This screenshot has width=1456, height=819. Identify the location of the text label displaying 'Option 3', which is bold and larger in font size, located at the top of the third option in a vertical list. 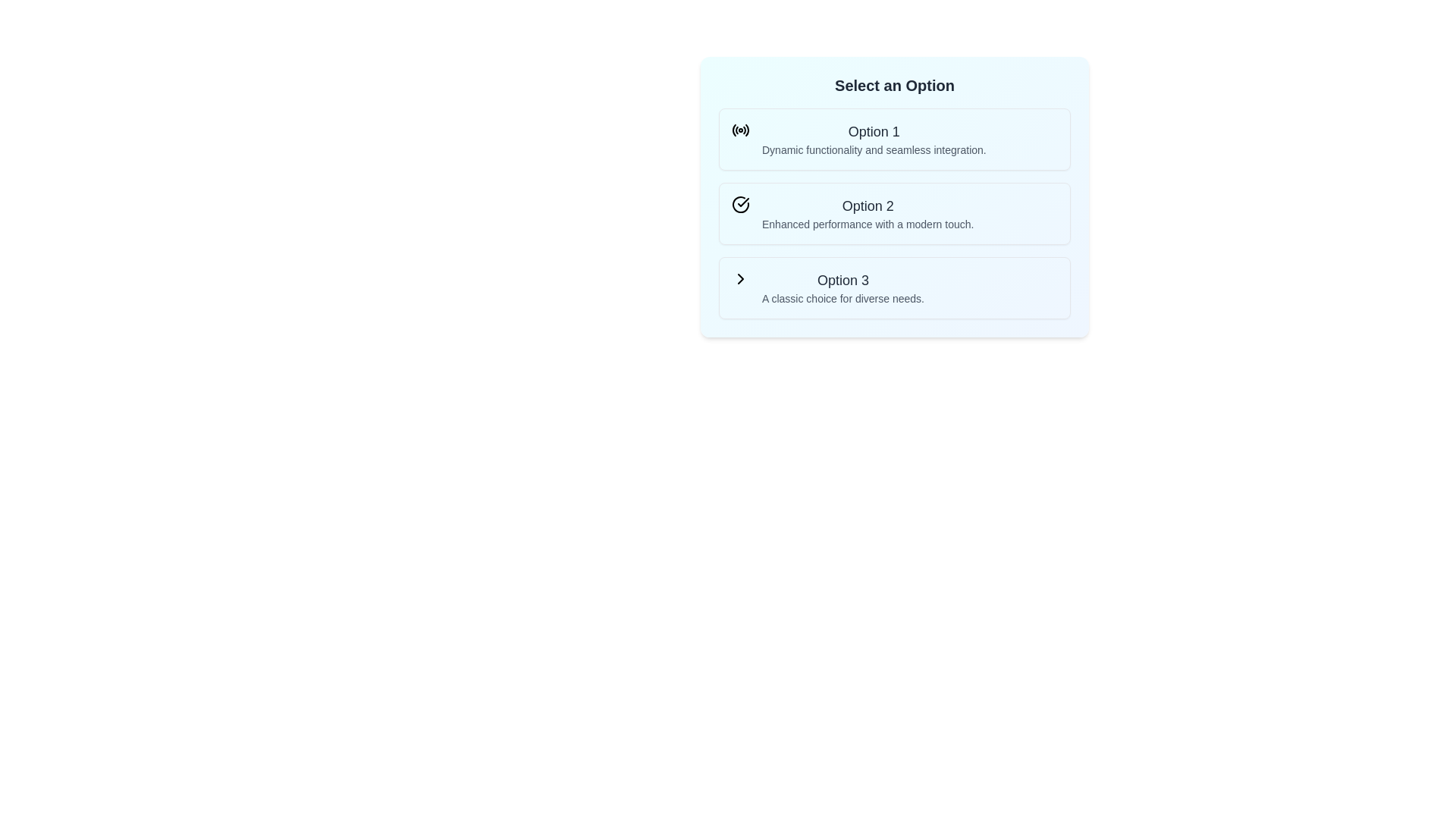
(843, 281).